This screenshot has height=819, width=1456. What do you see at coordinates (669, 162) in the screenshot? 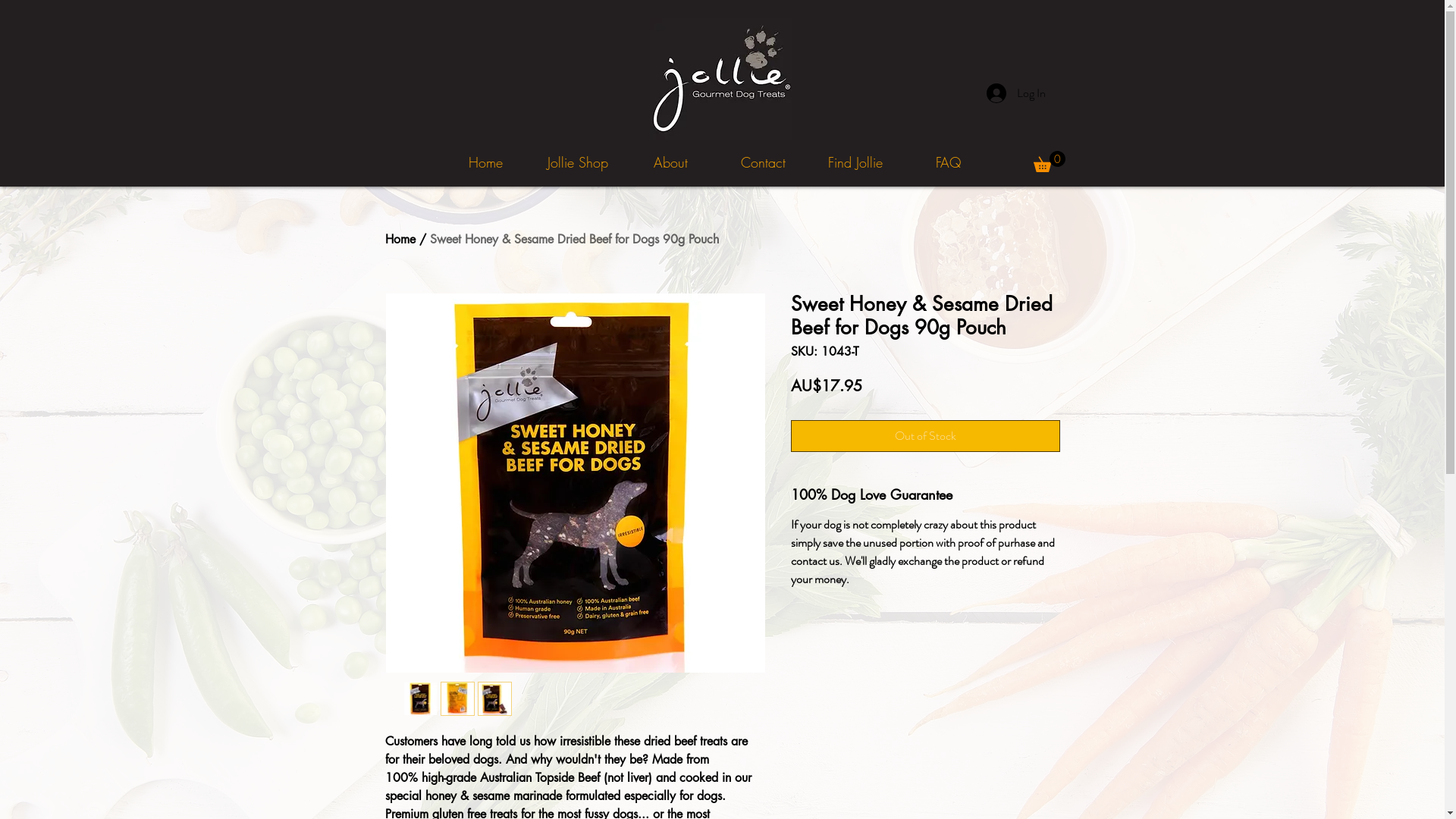
I see `'About'` at bounding box center [669, 162].